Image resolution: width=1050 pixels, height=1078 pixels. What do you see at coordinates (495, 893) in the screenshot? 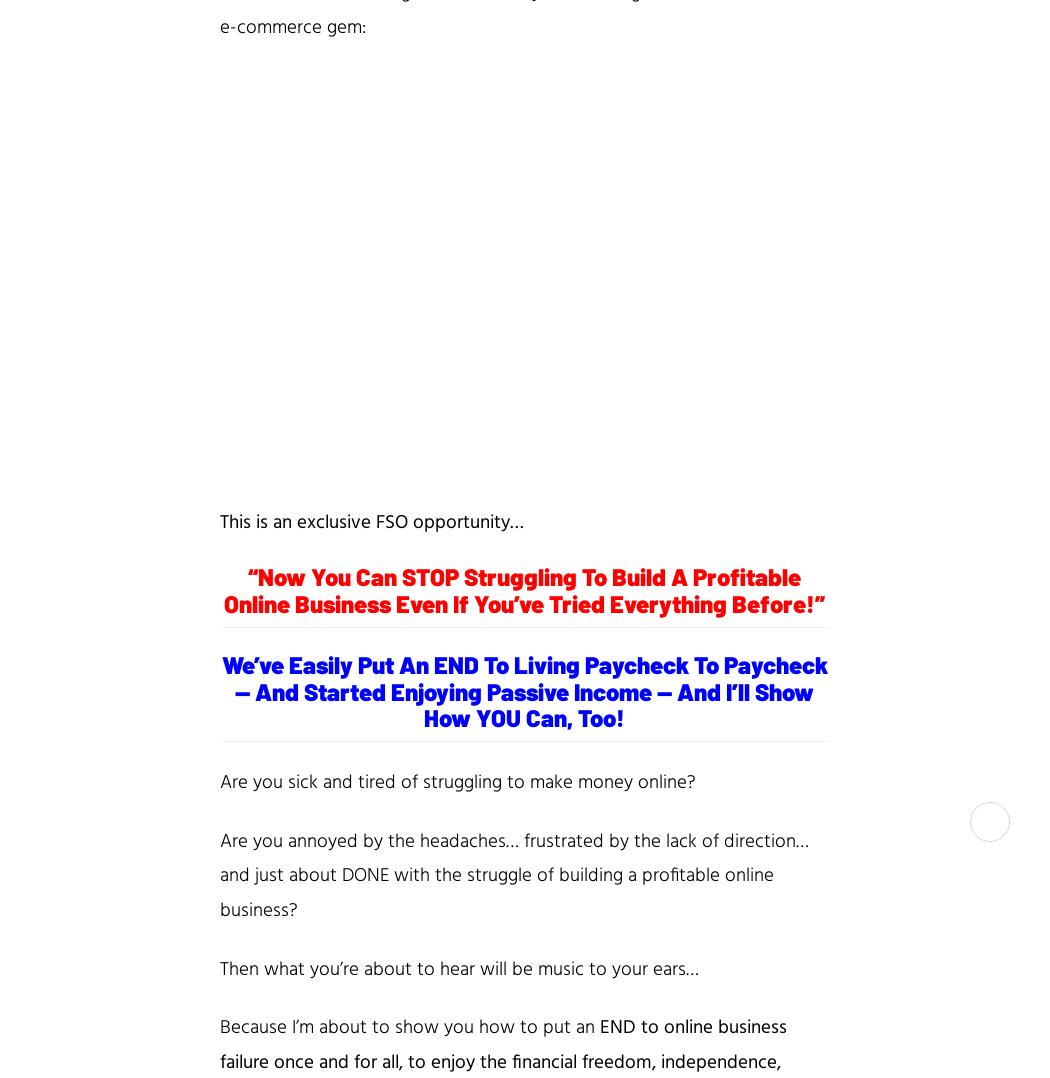
I see `'struggle of building a profitable online business'` at bounding box center [495, 893].